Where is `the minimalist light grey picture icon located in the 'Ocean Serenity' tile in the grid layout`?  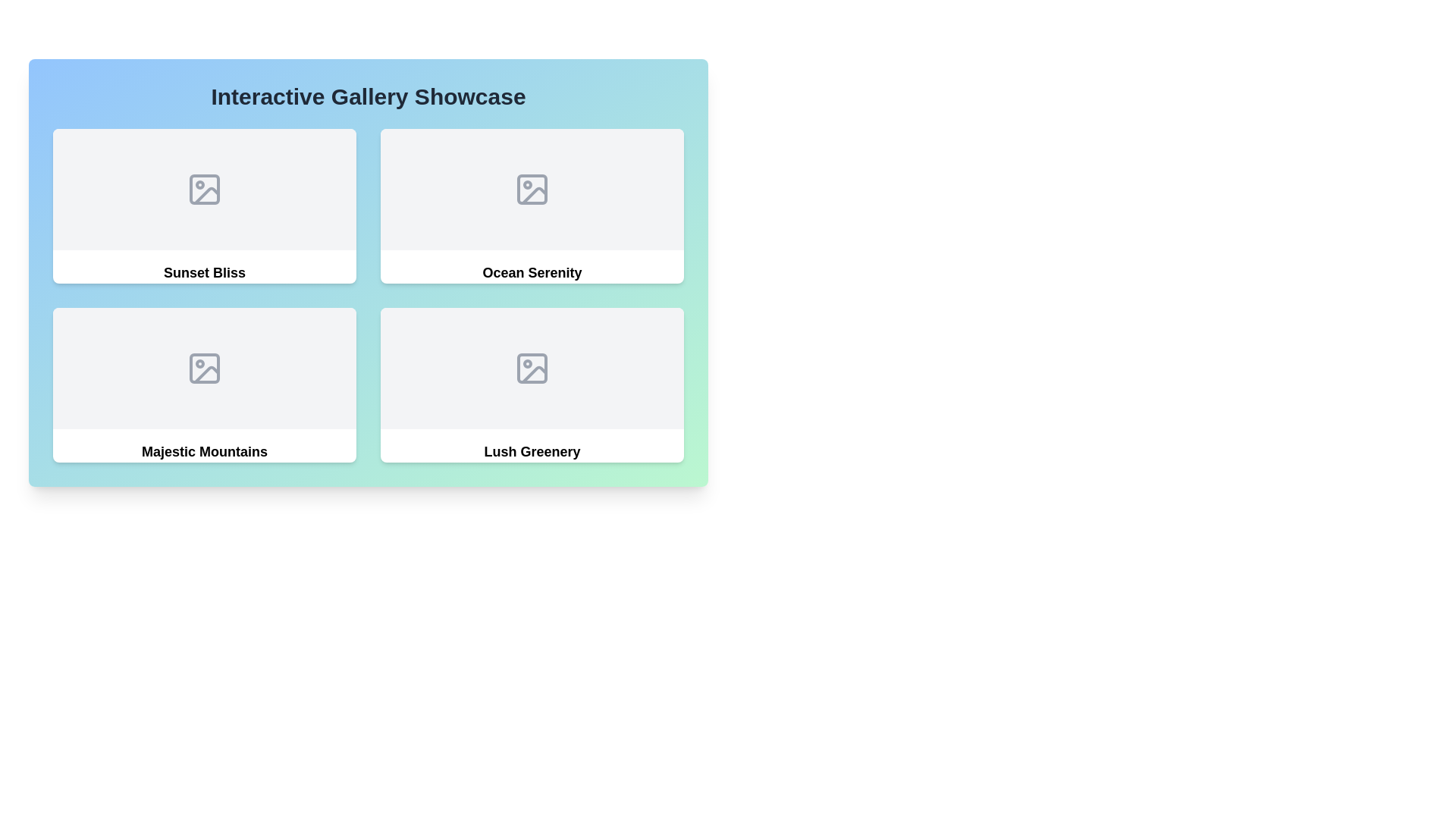
the minimalist light grey picture icon located in the 'Ocean Serenity' tile in the grid layout is located at coordinates (532, 189).